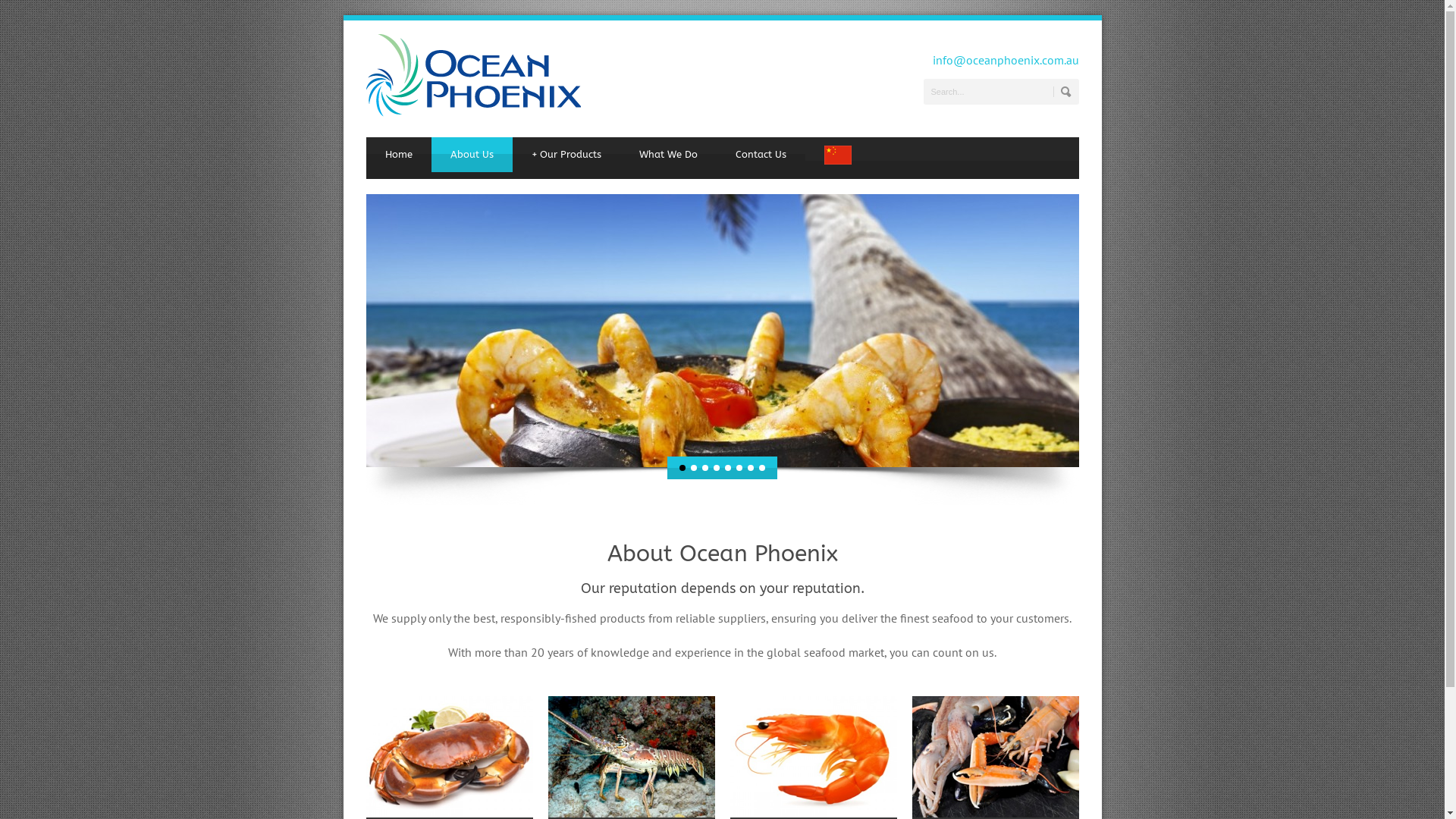 The height and width of the screenshot is (819, 1456). Describe the element at coordinates (760, 155) in the screenshot. I see `'Contact Us'` at that location.